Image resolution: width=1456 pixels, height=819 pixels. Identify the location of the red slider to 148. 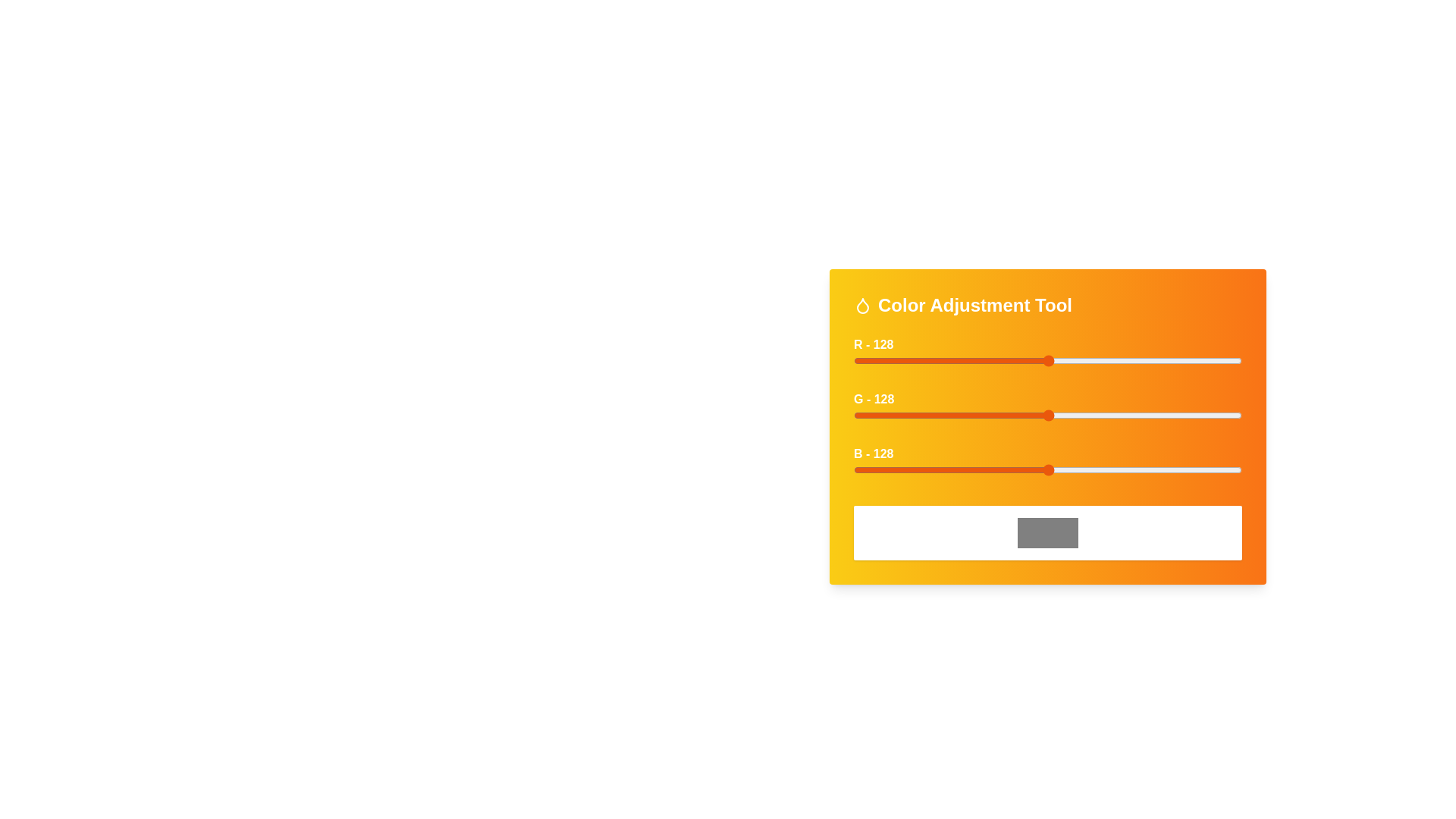
(1078, 360).